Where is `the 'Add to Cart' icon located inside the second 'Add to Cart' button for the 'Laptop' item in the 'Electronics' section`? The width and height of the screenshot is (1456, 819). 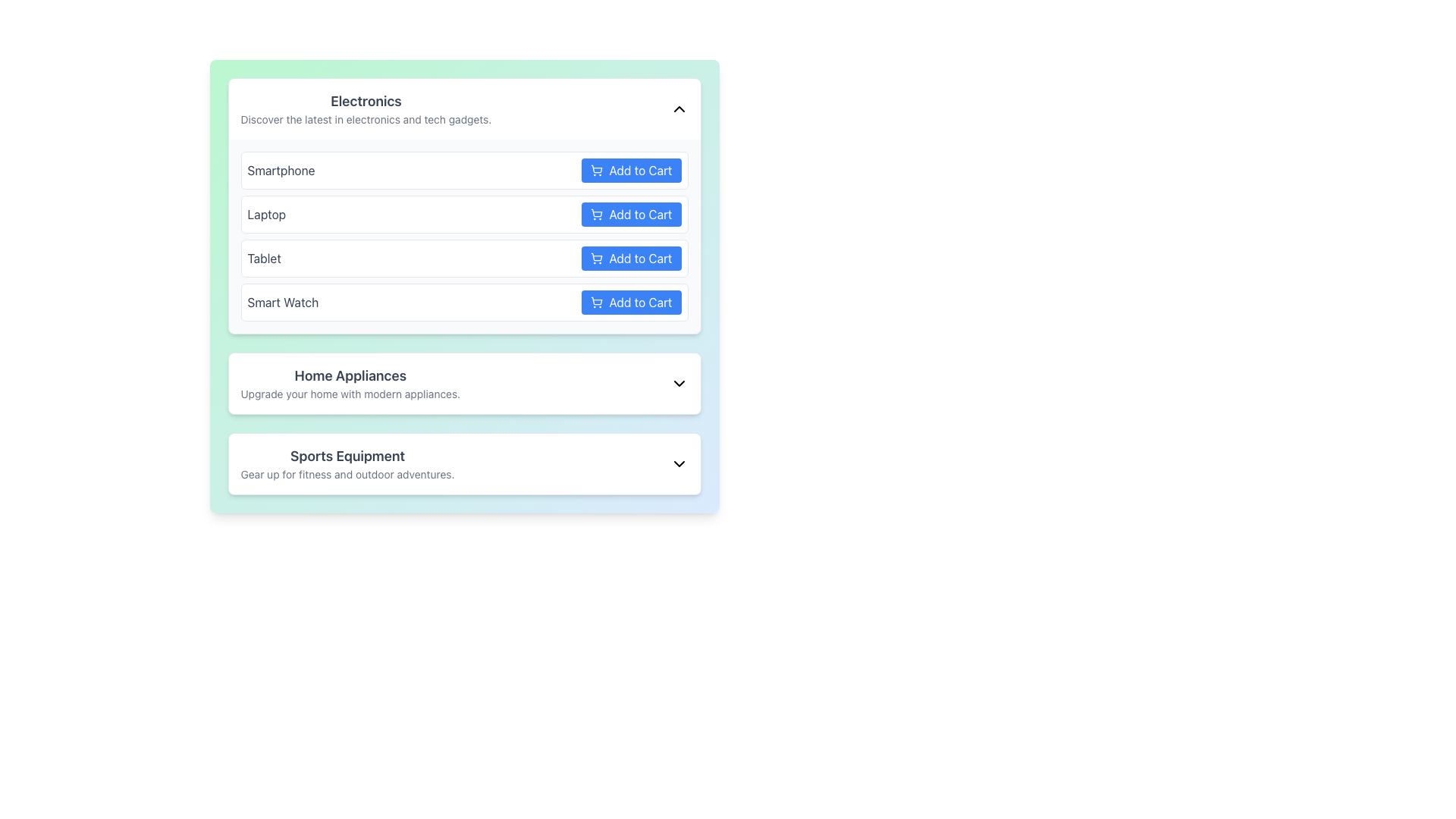 the 'Add to Cart' icon located inside the second 'Add to Cart' button for the 'Laptop' item in the 'Electronics' section is located at coordinates (596, 214).